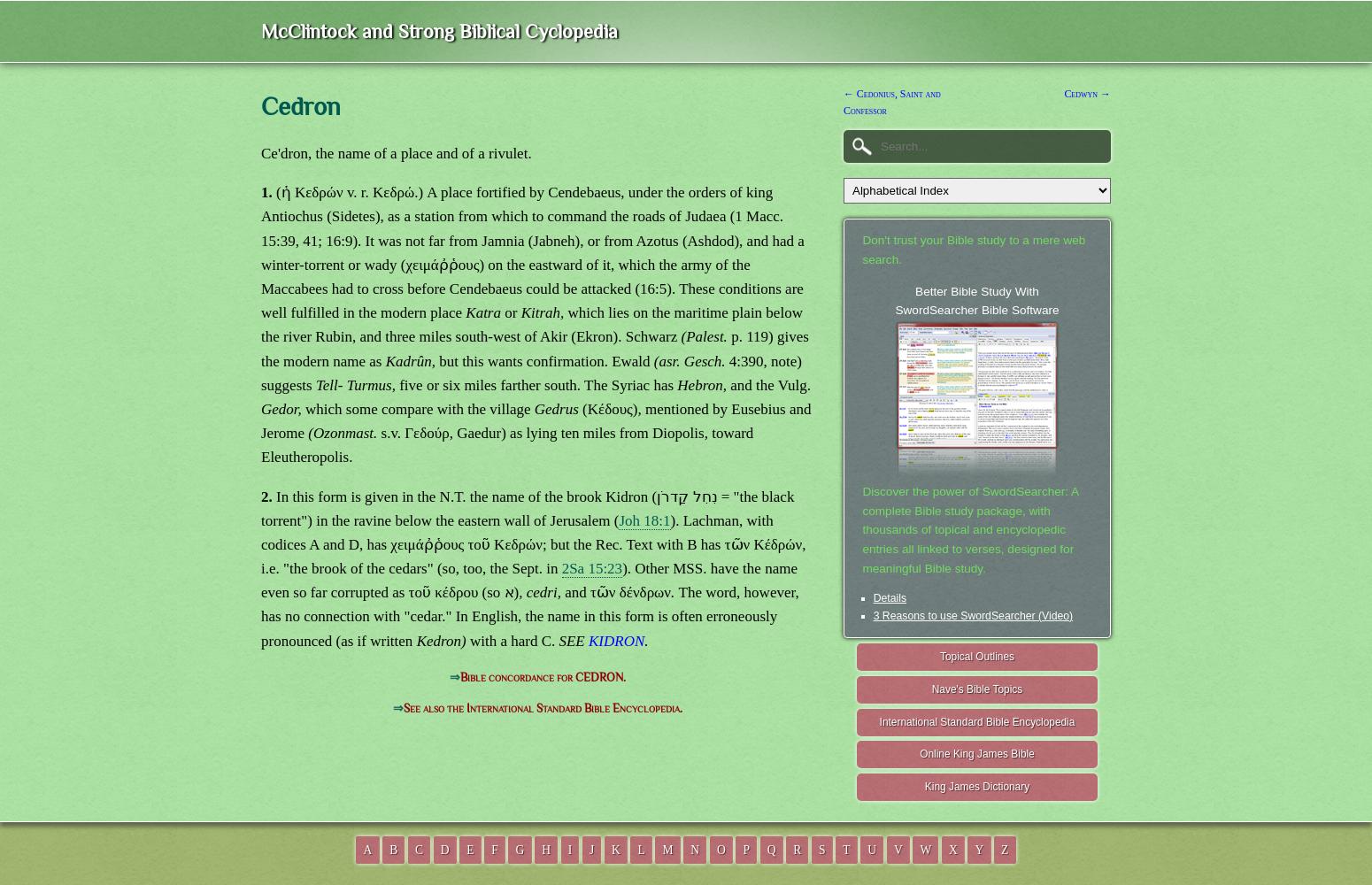  Describe the element at coordinates (531, 324) in the screenshot. I see `'which lies on the maritime plain below the river Rubin, and three miles south-west of Akir (Ekron). Schwarz'` at that location.